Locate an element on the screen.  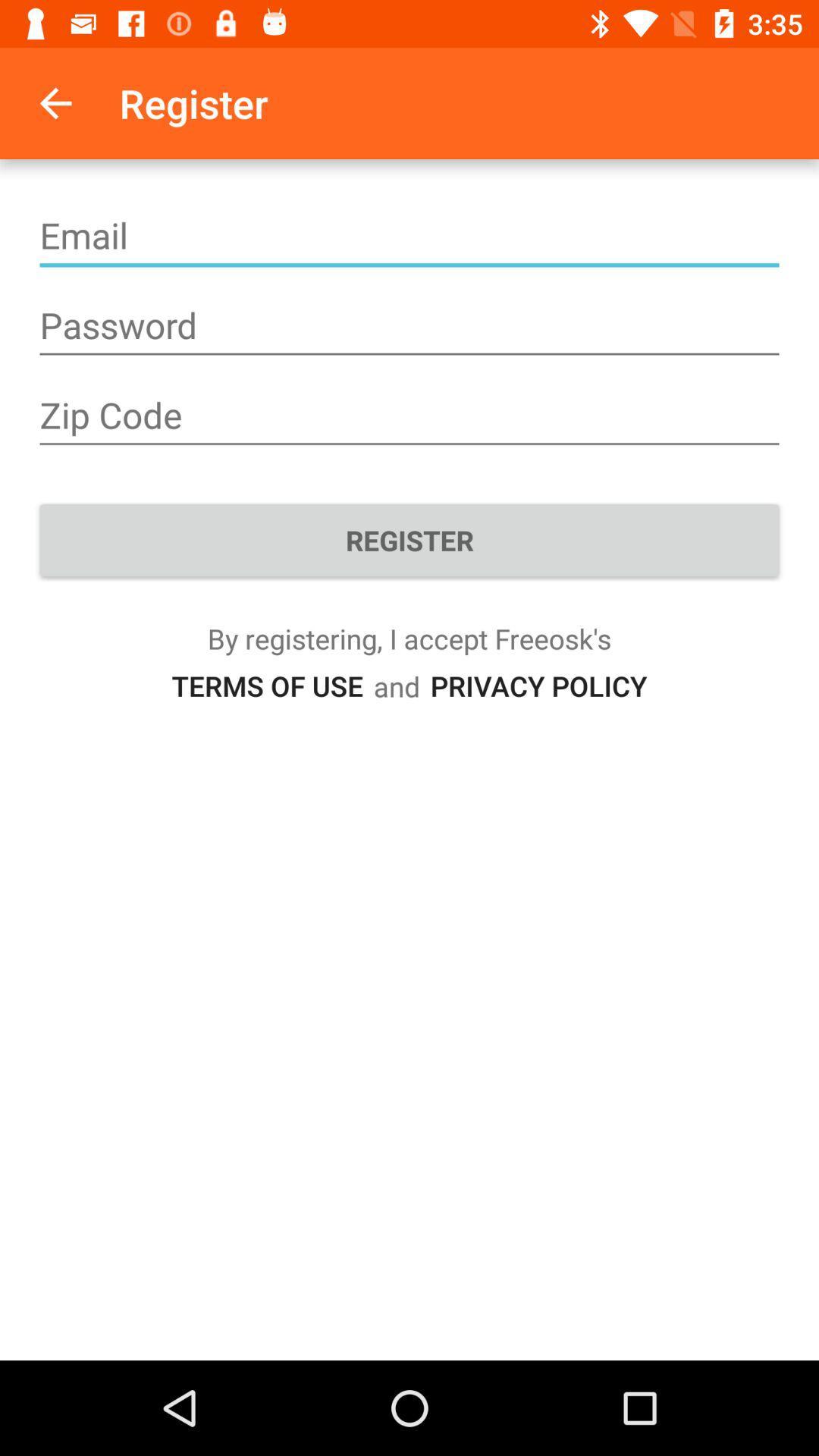
terms of use icon is located at coordinates (266, 685).